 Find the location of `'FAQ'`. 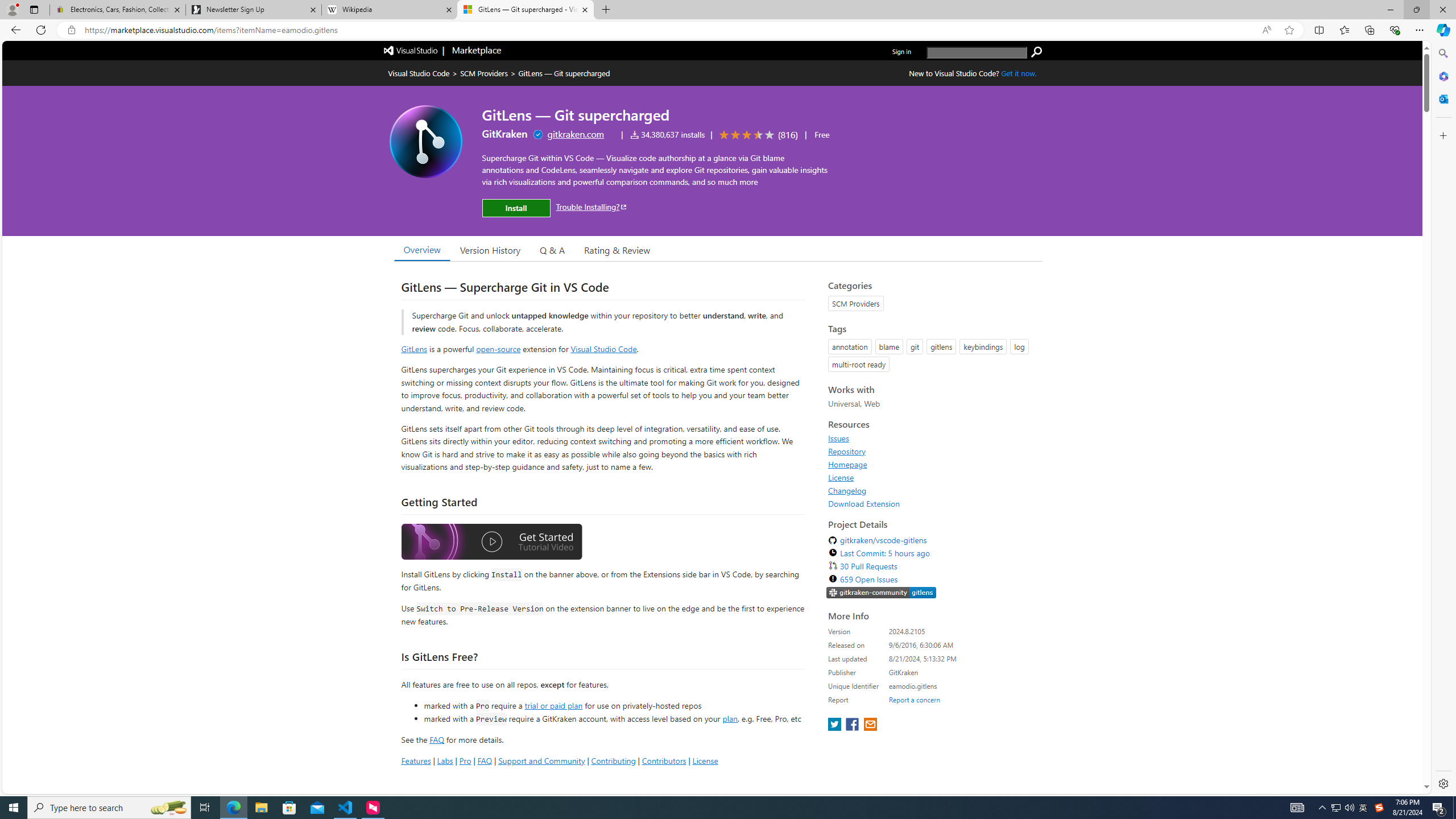

'FAQ' is located at coordinates (484, 760).